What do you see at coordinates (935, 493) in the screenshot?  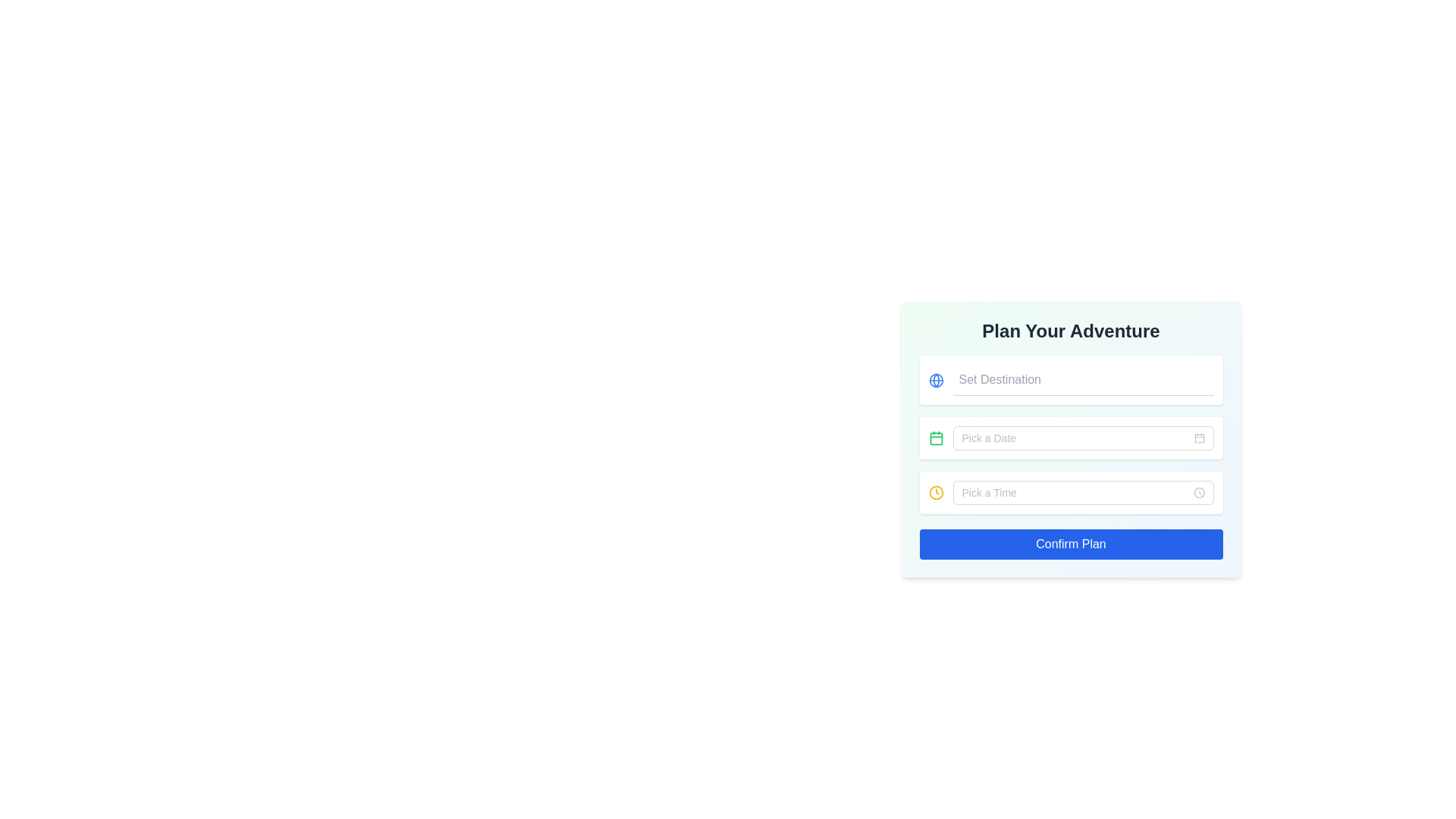 I see `the yellow circular clock icon, which is the left-most icon in the first row of input fields` at bounding box center [935, 493].